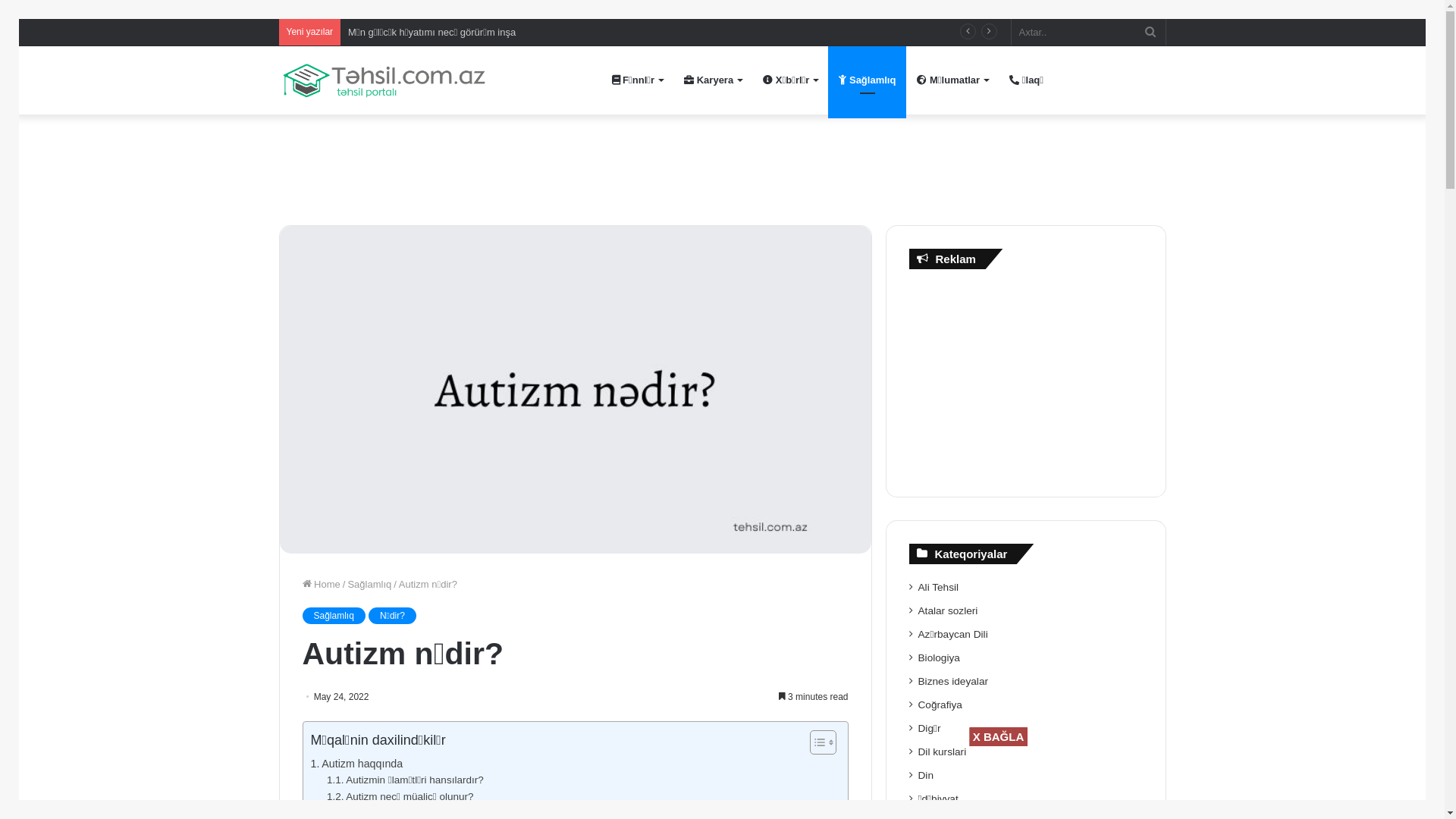 Image resolution: width=1456 pixels, height=819 pixels. I want to click on 'Atalar sozleri', so click(947, 610).